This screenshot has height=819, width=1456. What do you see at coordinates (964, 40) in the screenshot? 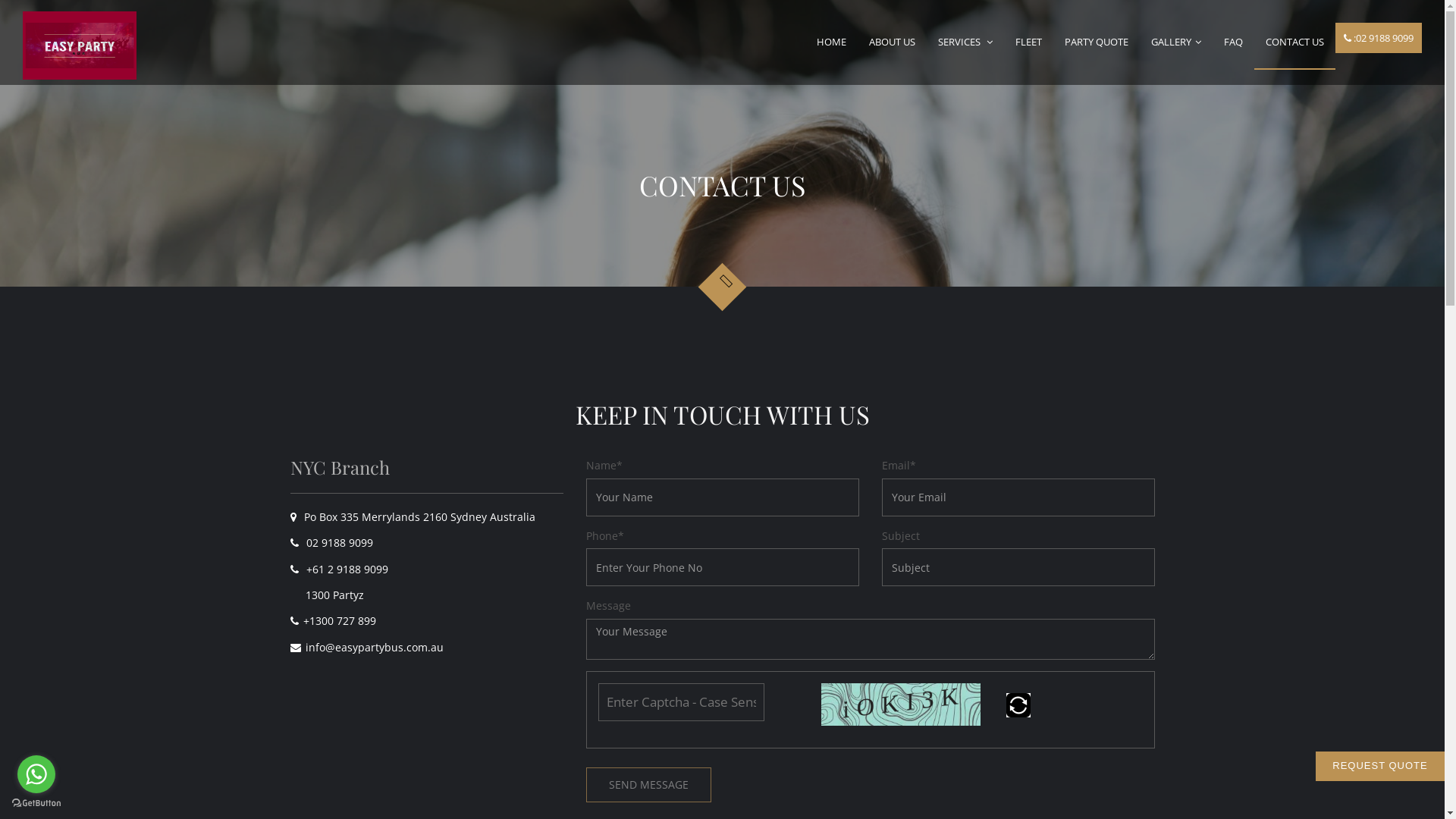
I see `'SERVICES'` at bounding box center [964, 40].